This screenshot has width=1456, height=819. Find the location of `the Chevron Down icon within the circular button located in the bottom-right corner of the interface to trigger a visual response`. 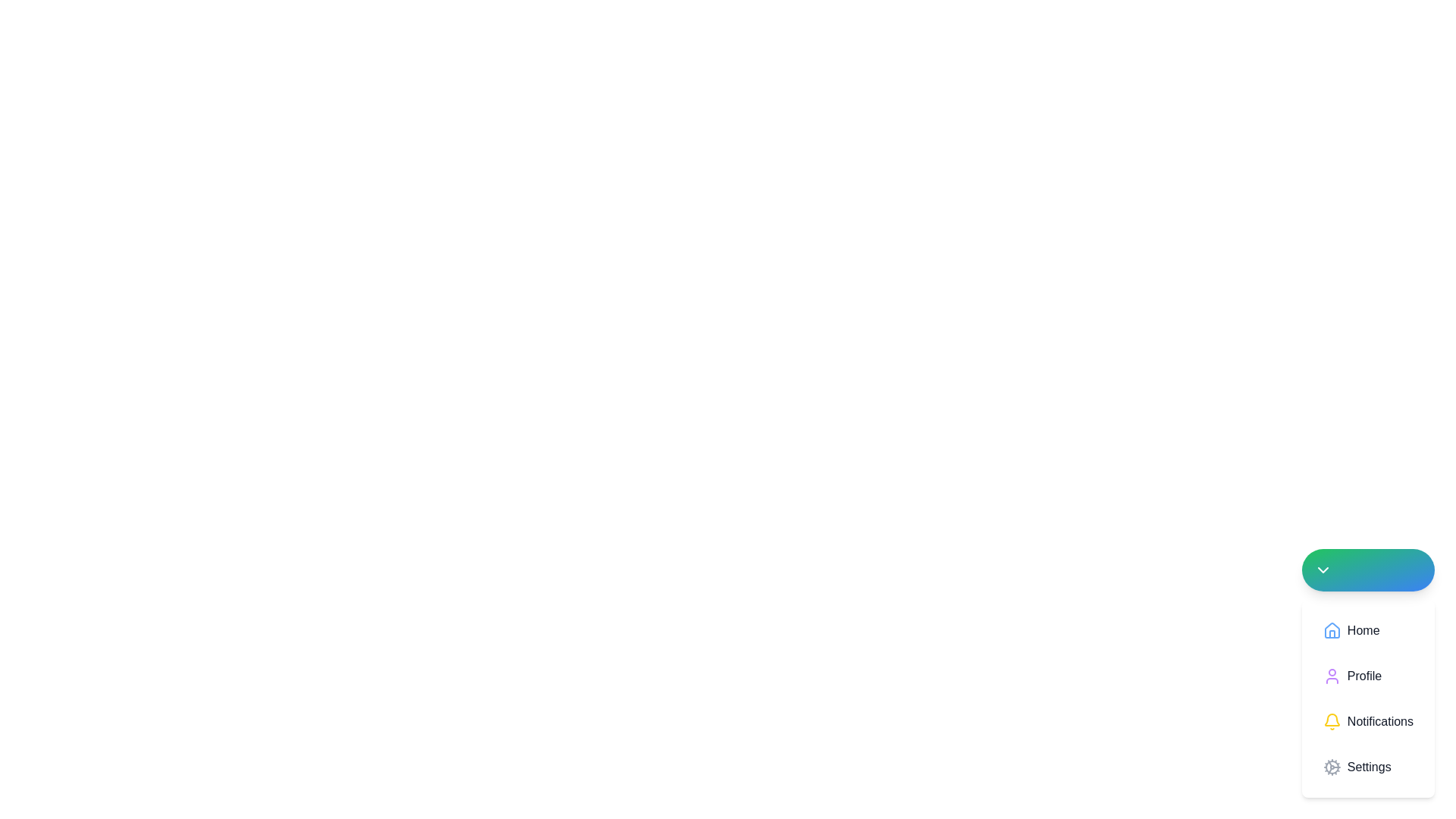

the Chevron Down icon within the circular button located in the bottom-right corner of the interface to trigger a visual response is located at coordinates (1322, 570).